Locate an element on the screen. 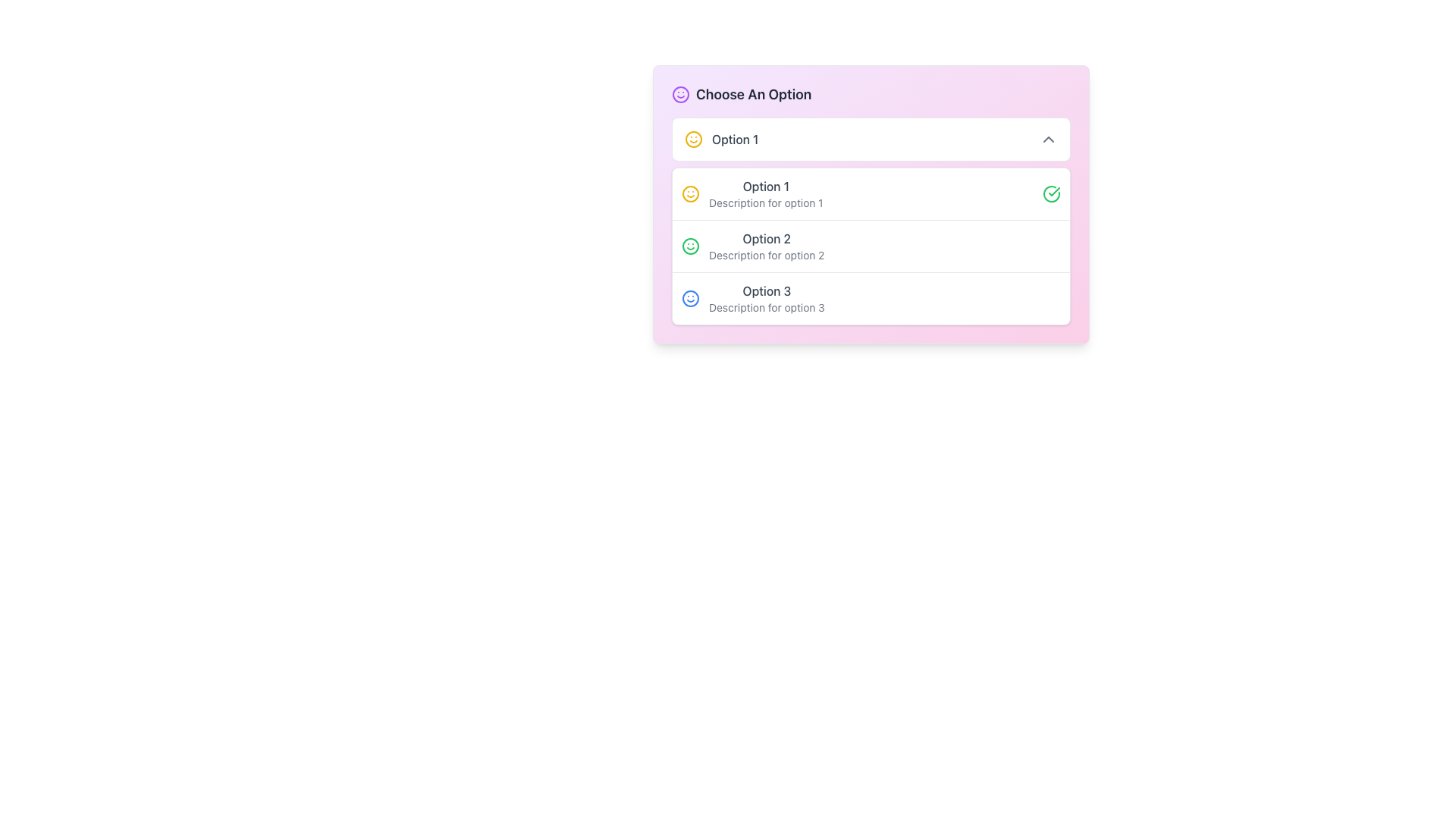  the smiley face icon in green theme located in the second row of the 'Choose An Option' list, preceding 'Option 2' is located at coordinates (690, 245).